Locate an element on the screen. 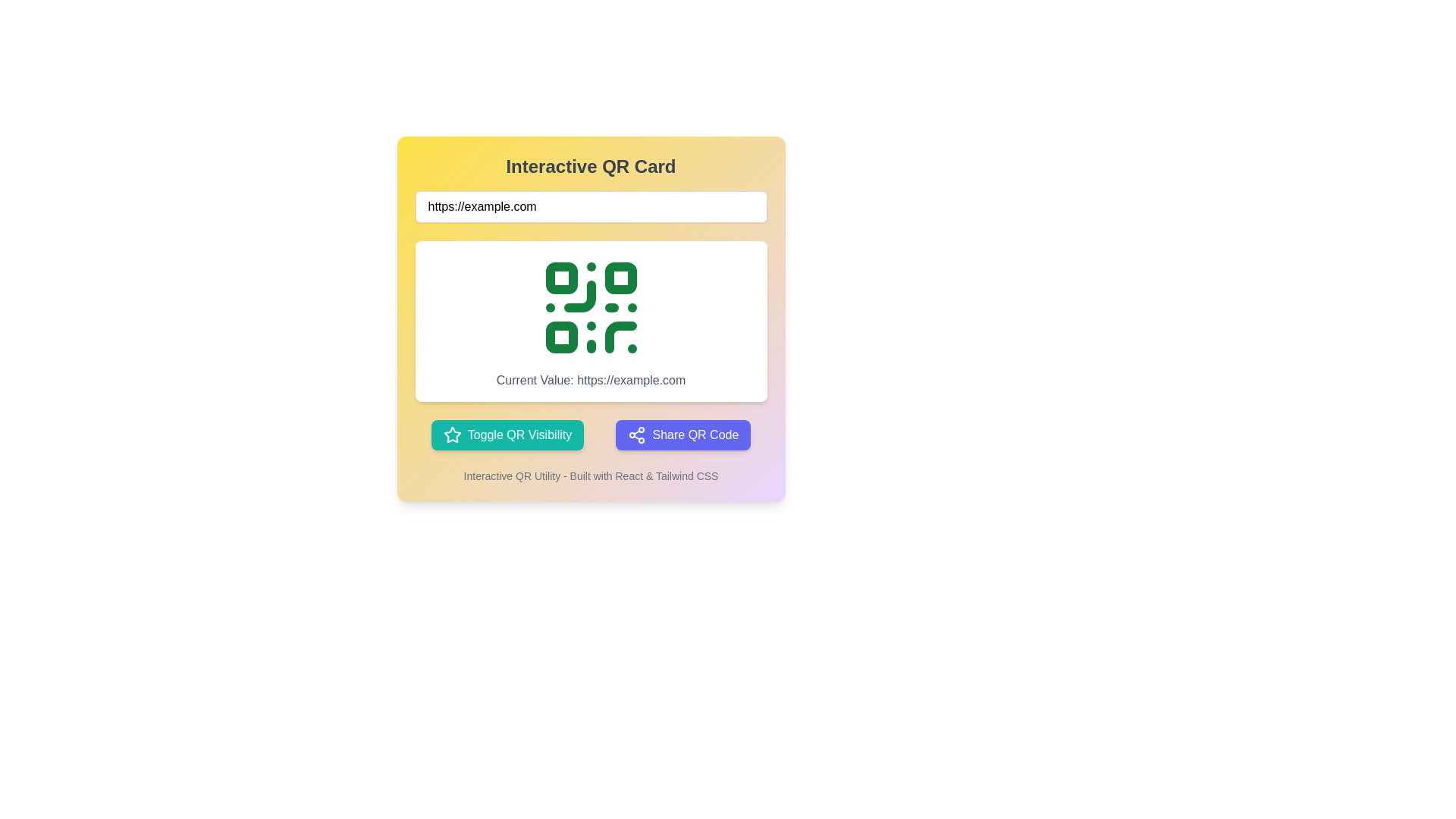  the teal star icon with an outlined design located to the left of the 'Toggle QR Visibility' text as a visual cue is located at coordinates (451, 435).